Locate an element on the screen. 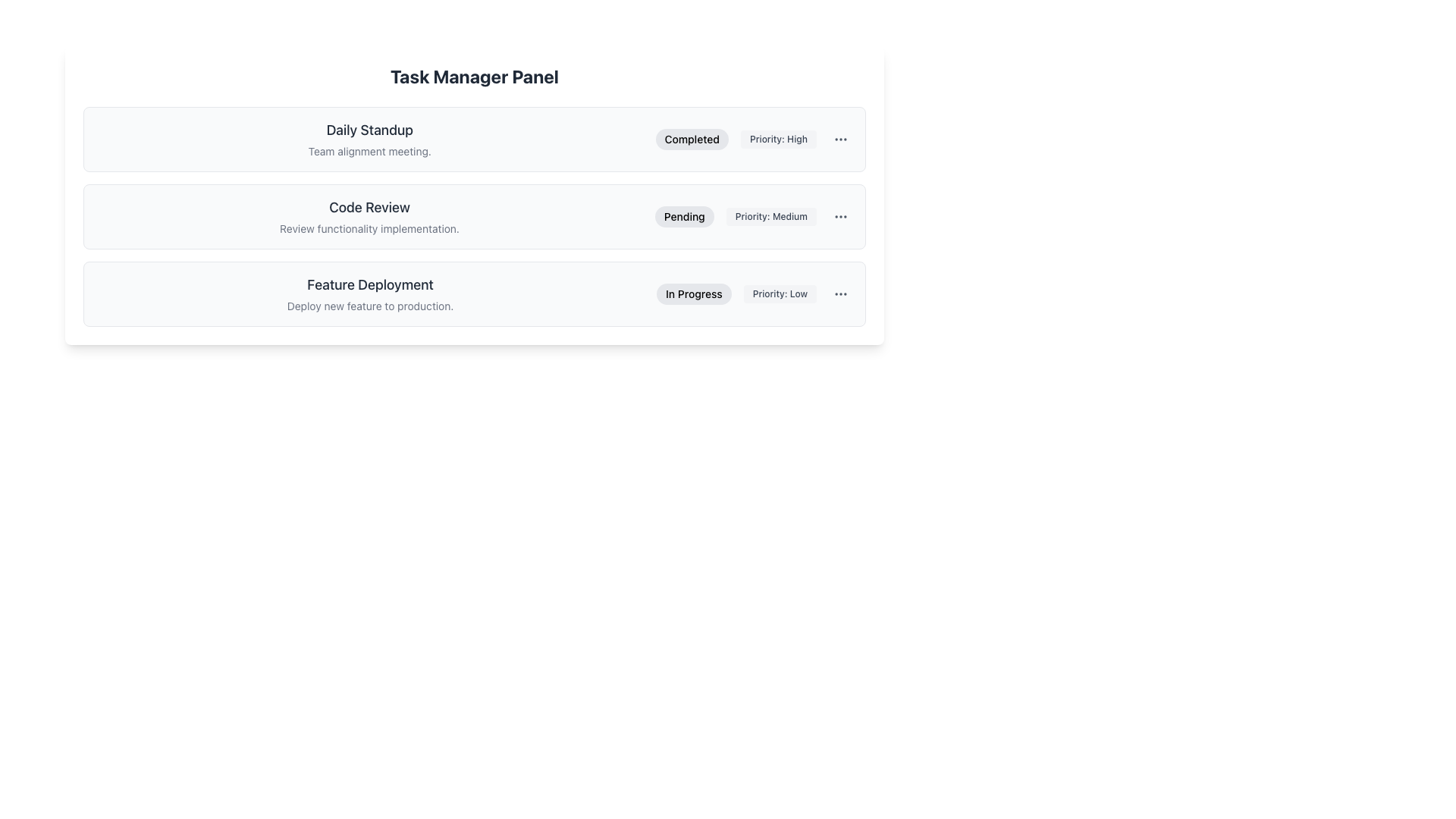 The width and height of the screenshot is (1456, 819). the IconButton represented by three horizontal dots, styled in gray with rounded edges, located to the far-right of the 'Code Review' task item is located at coordinates (839, 216).